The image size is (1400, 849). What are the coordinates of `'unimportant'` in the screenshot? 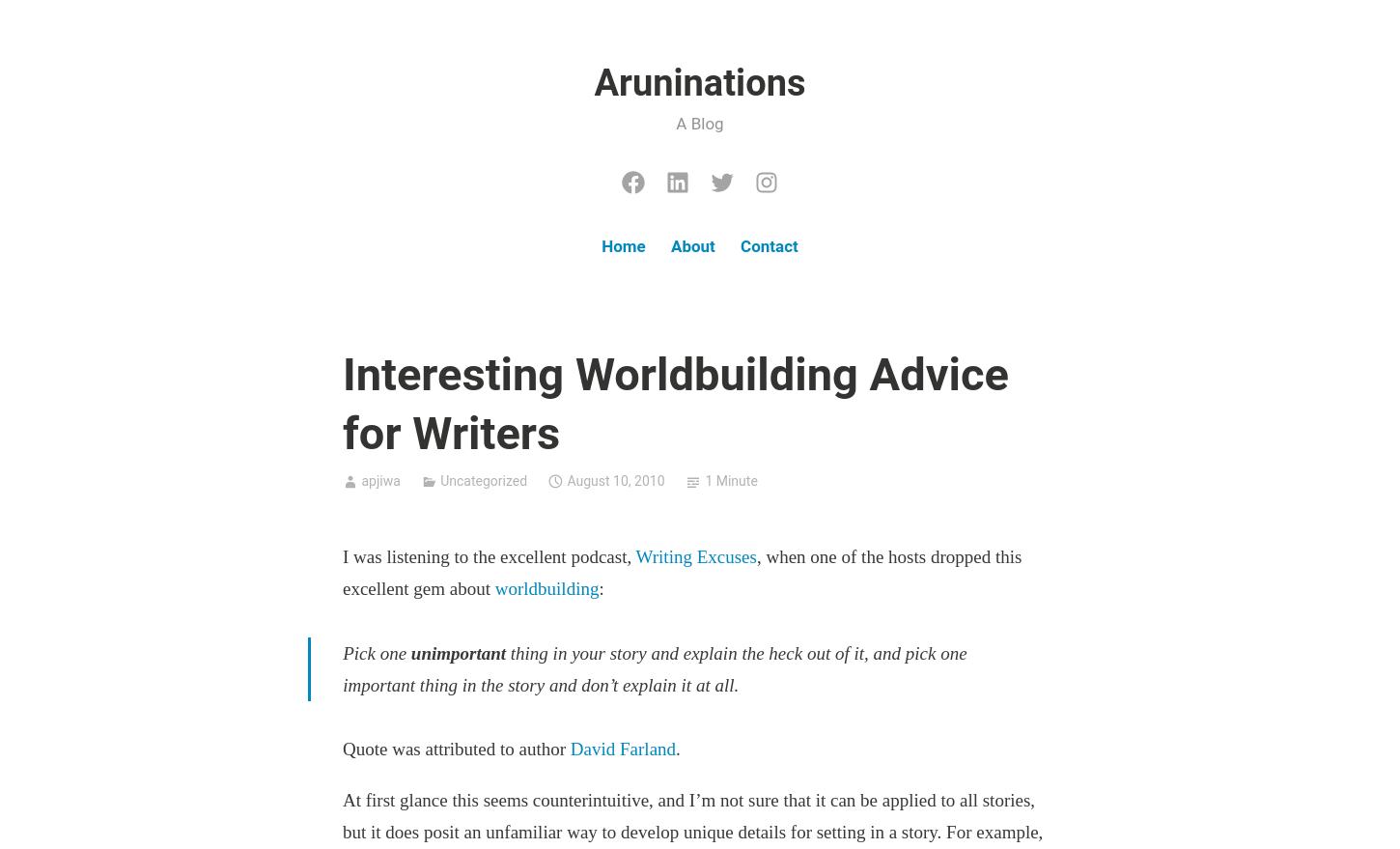 It's located at (457, 651).